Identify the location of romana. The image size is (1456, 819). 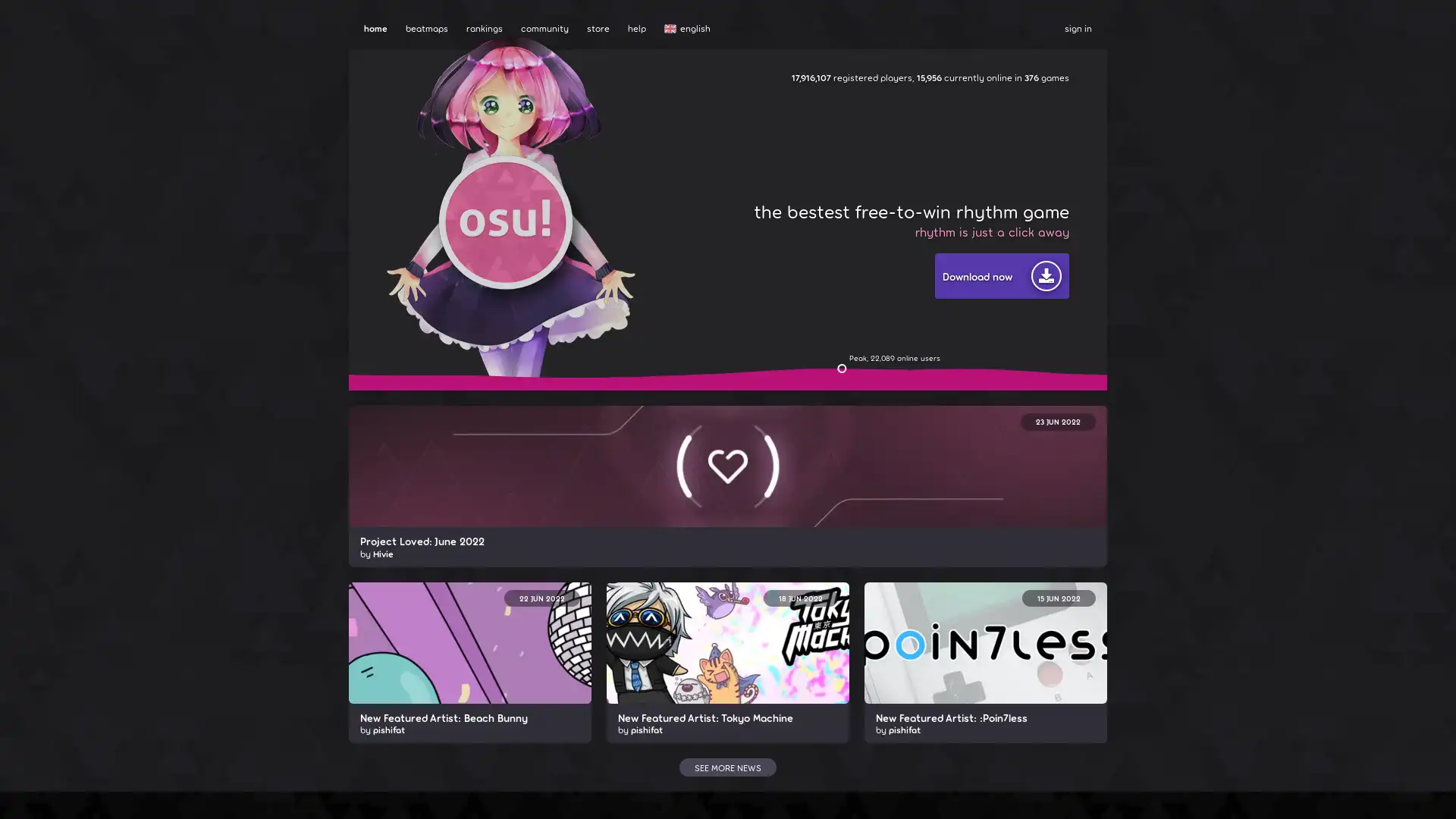
(709, 452).